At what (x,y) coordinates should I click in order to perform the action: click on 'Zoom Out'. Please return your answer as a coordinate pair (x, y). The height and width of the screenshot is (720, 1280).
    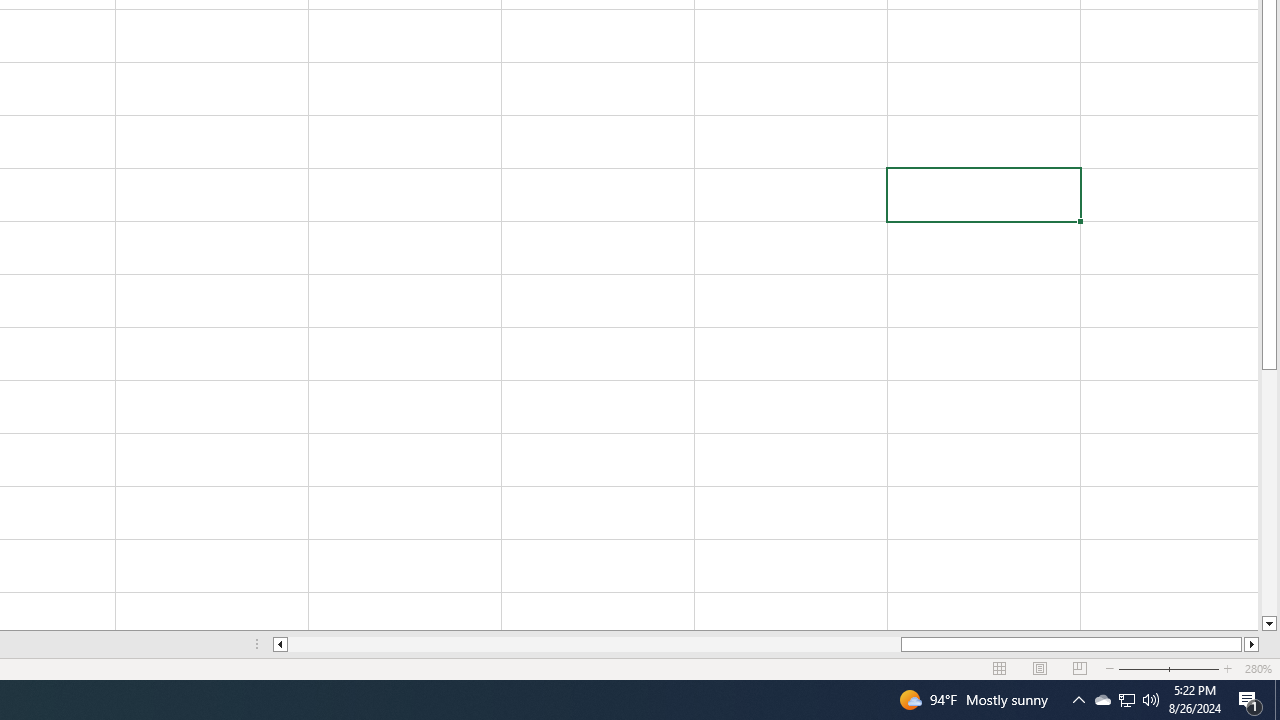
    Looking at the image, I should click on (1157, 669).